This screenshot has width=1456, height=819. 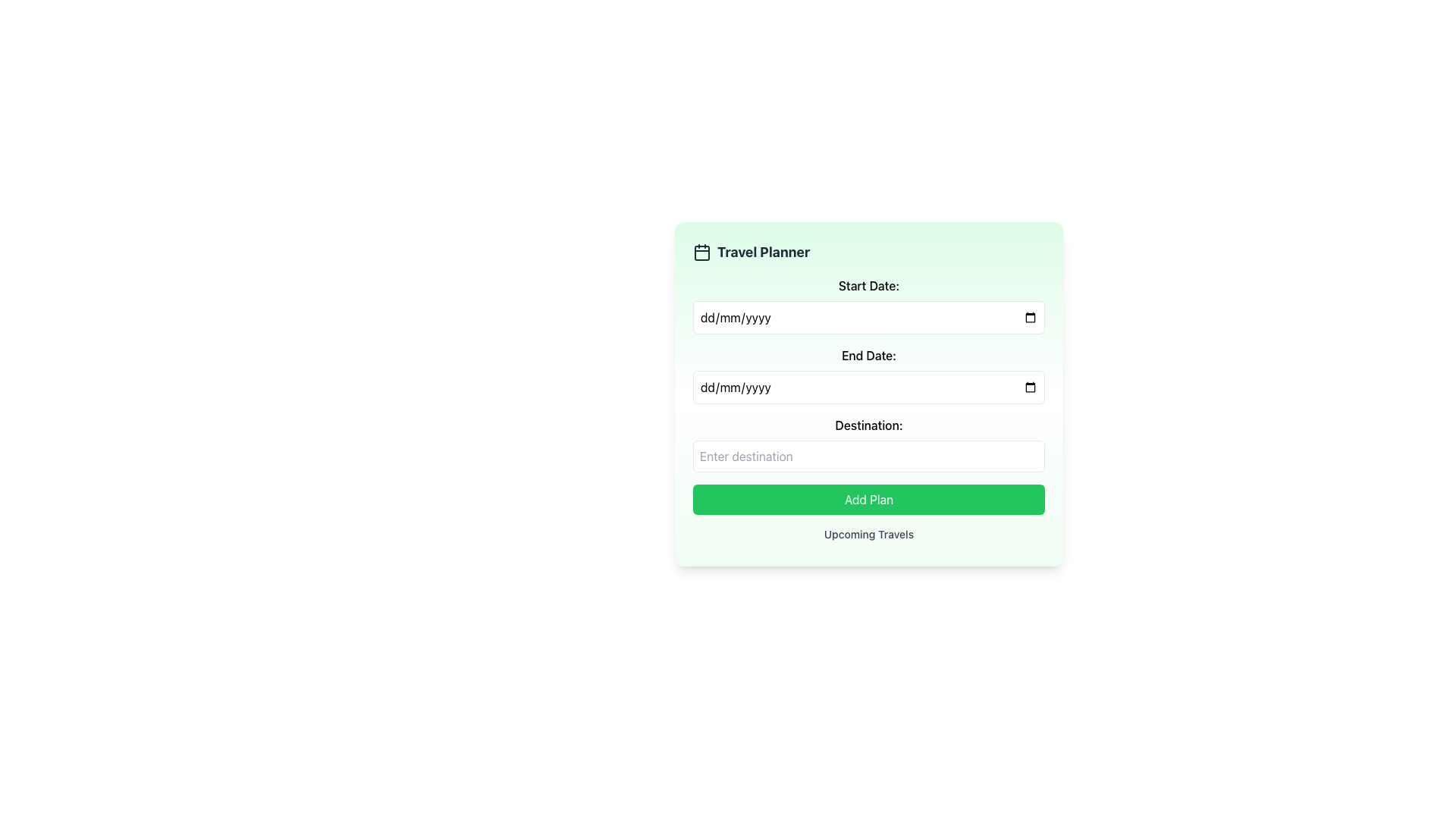 What do you see at coordinates (869, 500) in the screenshot?
I see `the 'Add Plan' button, which is a rectangular button with white text on a green background, located below the date and destination input fields in the travel planner form` at bounding box center [869, 500].